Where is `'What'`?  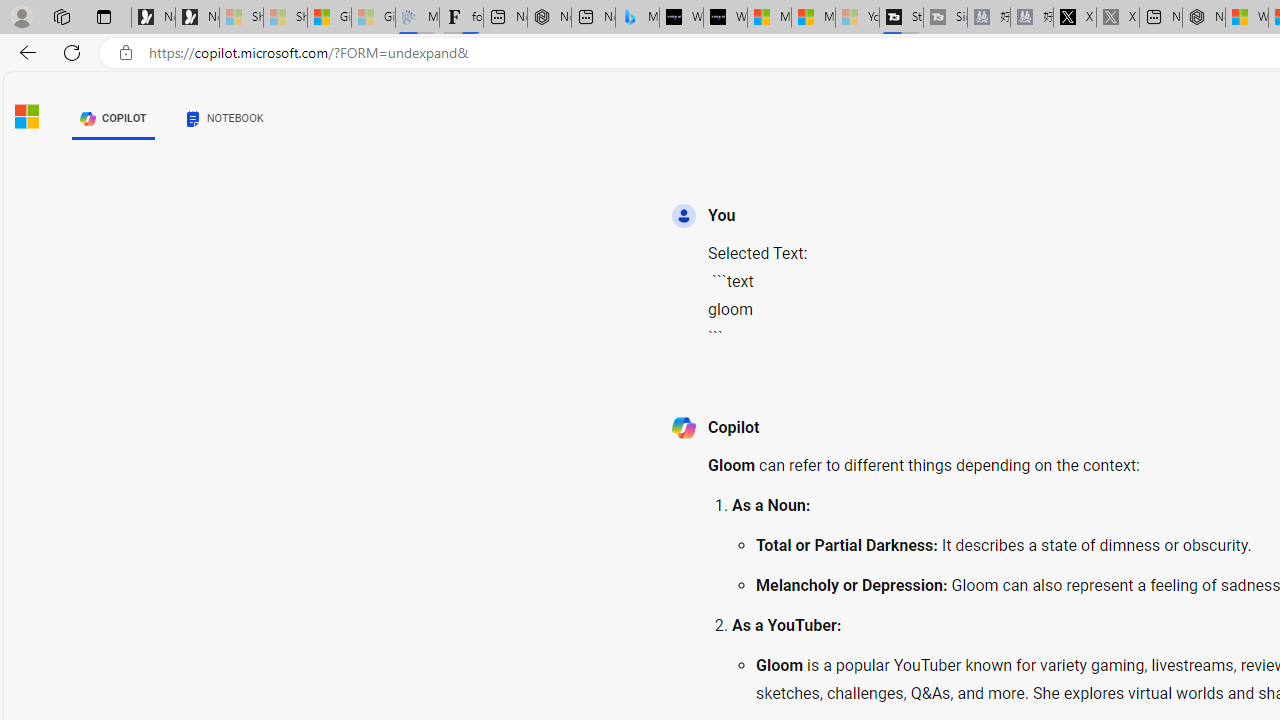
'What' is located at coordinates (724, 17).